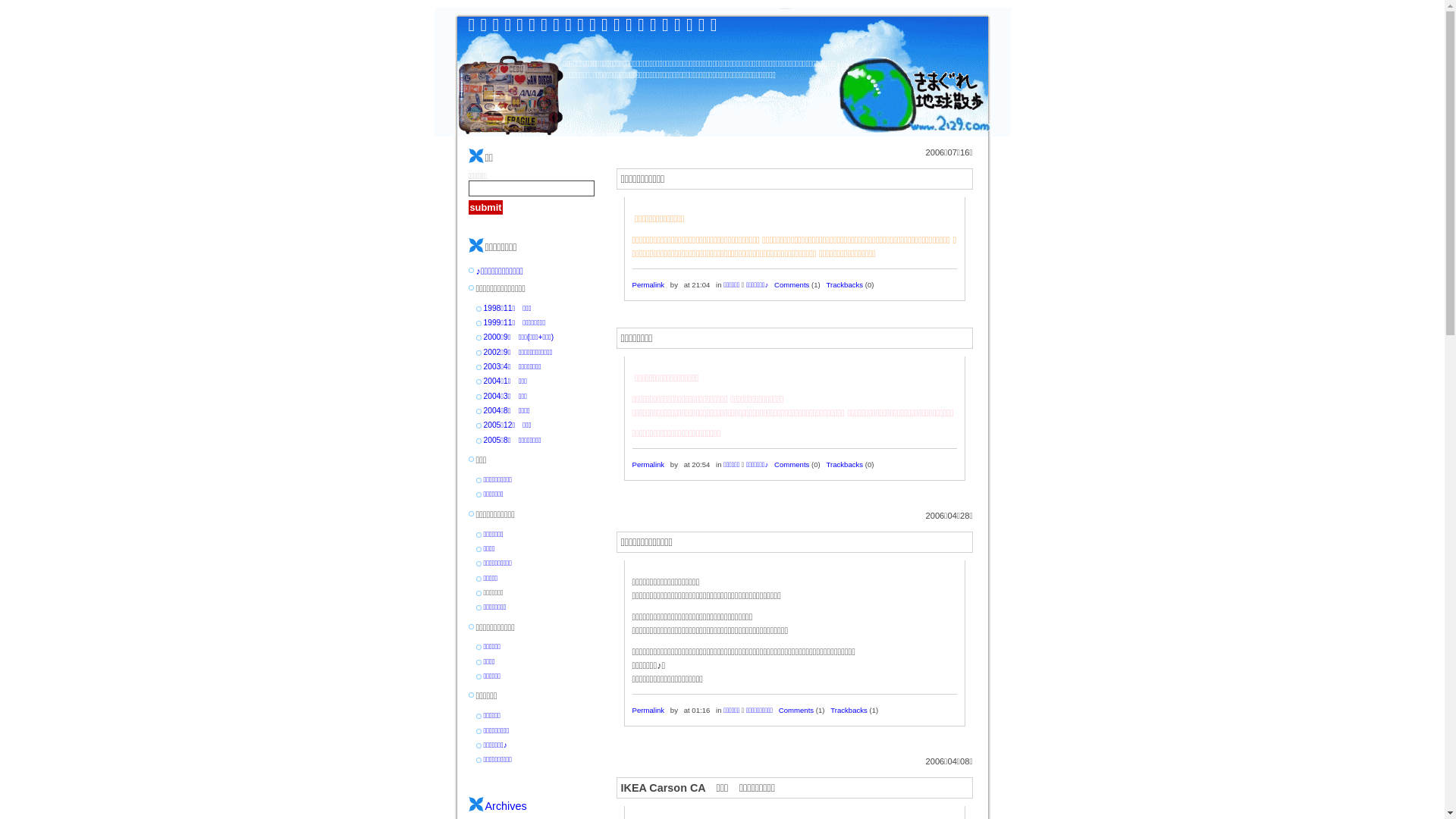 The height and width of the screenshot is (819, 1456). What do you see at coordinates (486, 207) in the screenshot?
I see `'submit'` at bounding box center [486, 207].